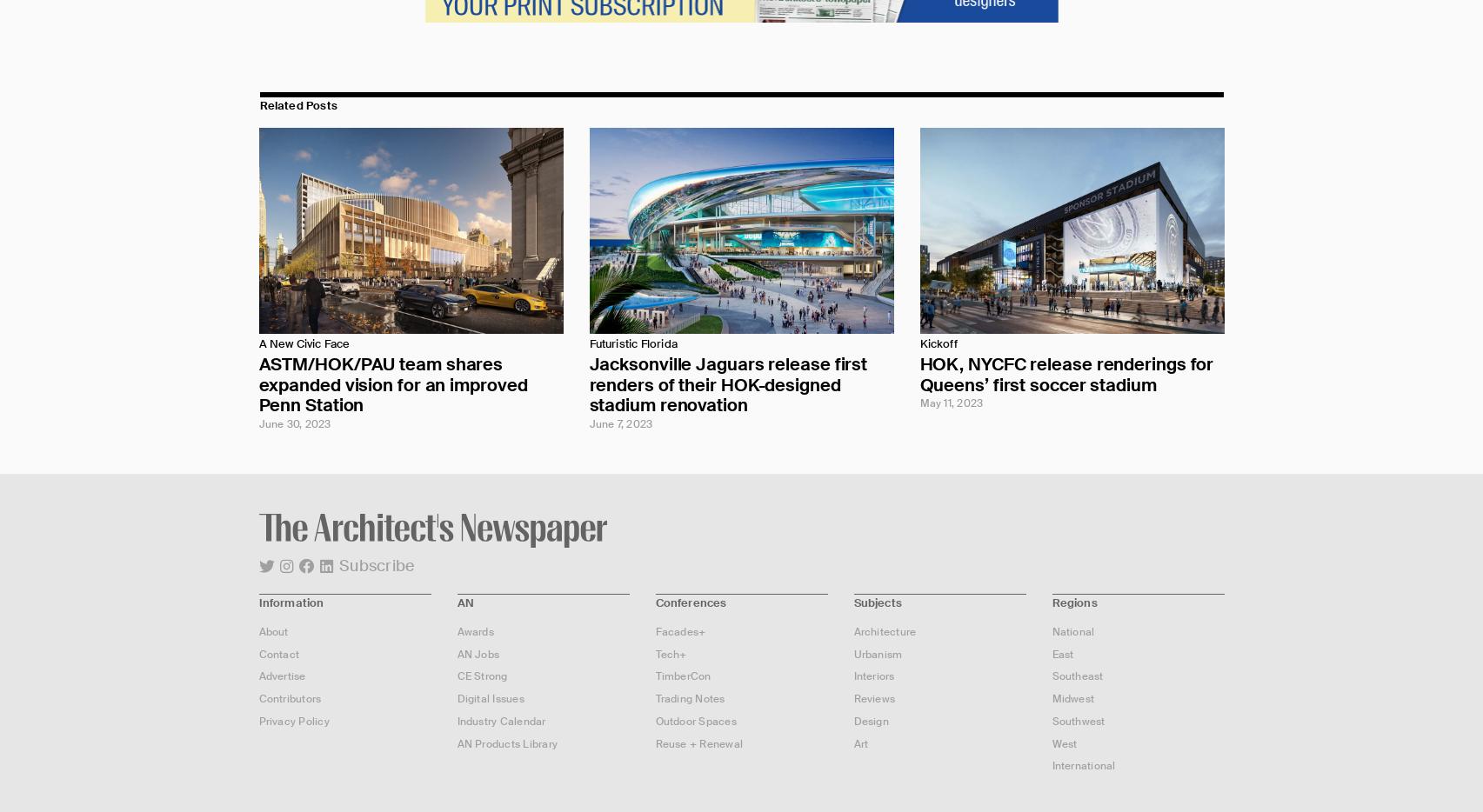 Image resolution: width=1483 pixels, height=812 pixels. I want to click on 'Industry Calendar', so click(500, 721).